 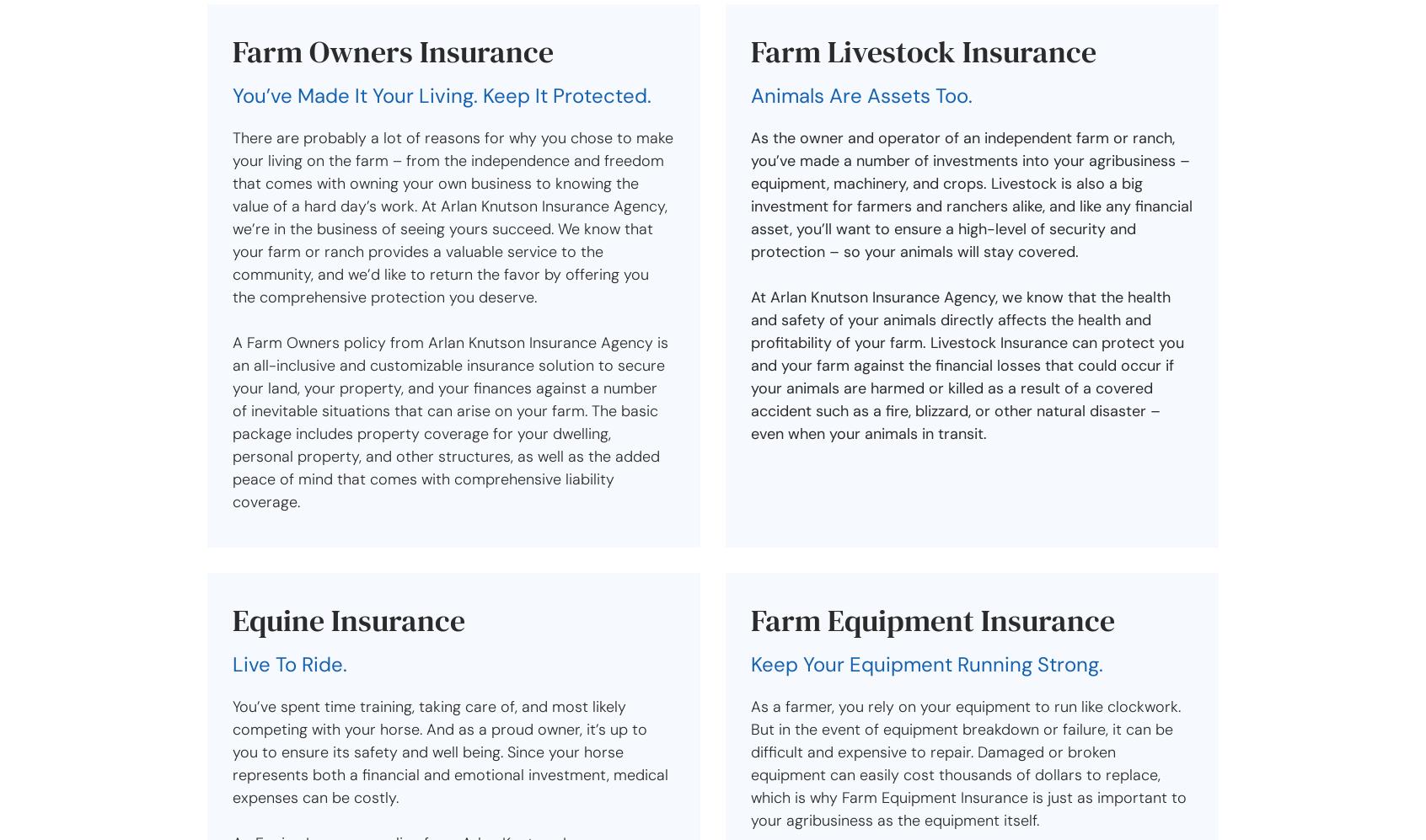 I want to click on 'Live To Ride.', so click(x=288, y=663).